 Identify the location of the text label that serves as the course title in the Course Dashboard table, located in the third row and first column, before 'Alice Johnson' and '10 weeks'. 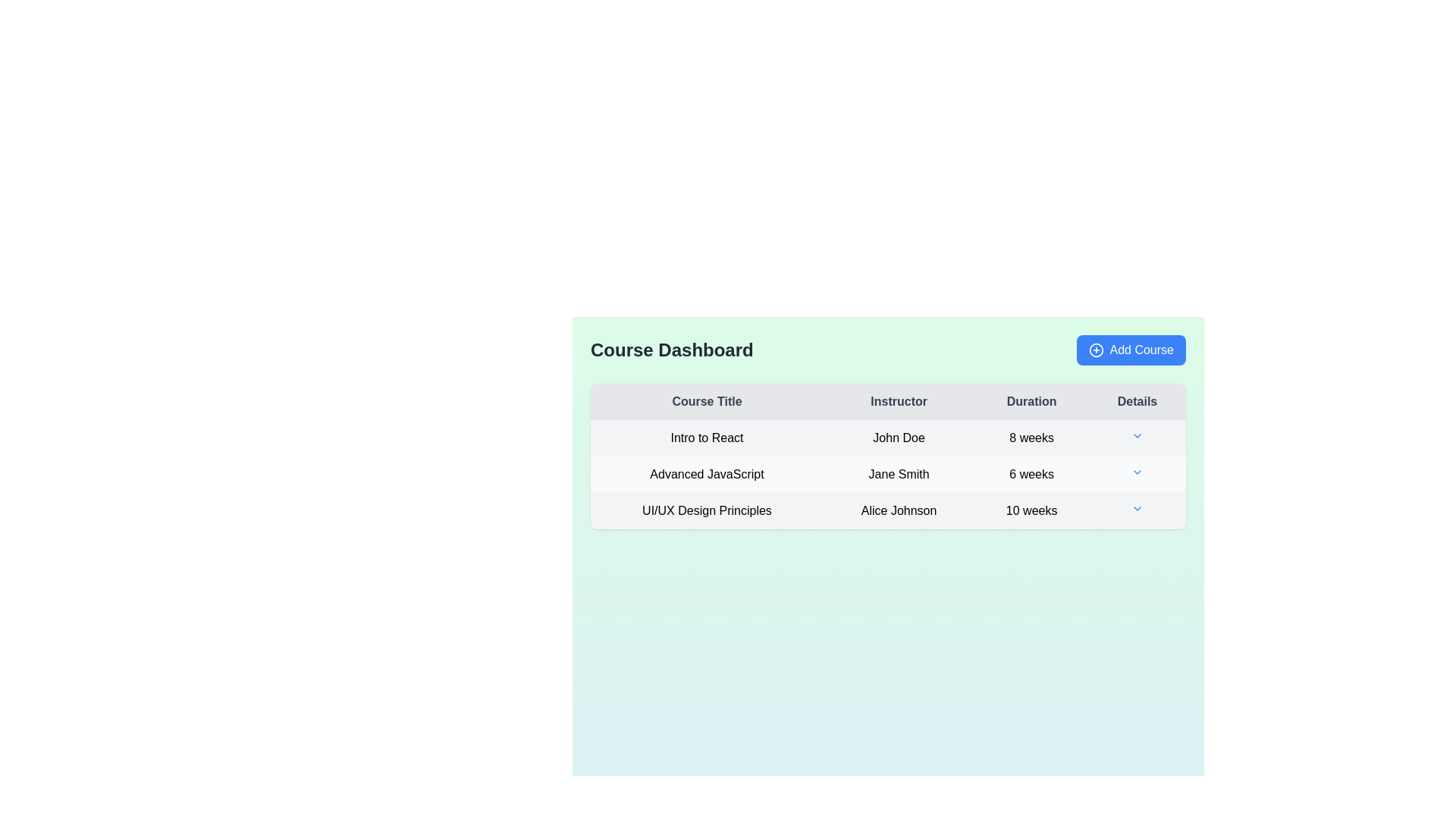
(706, 511).